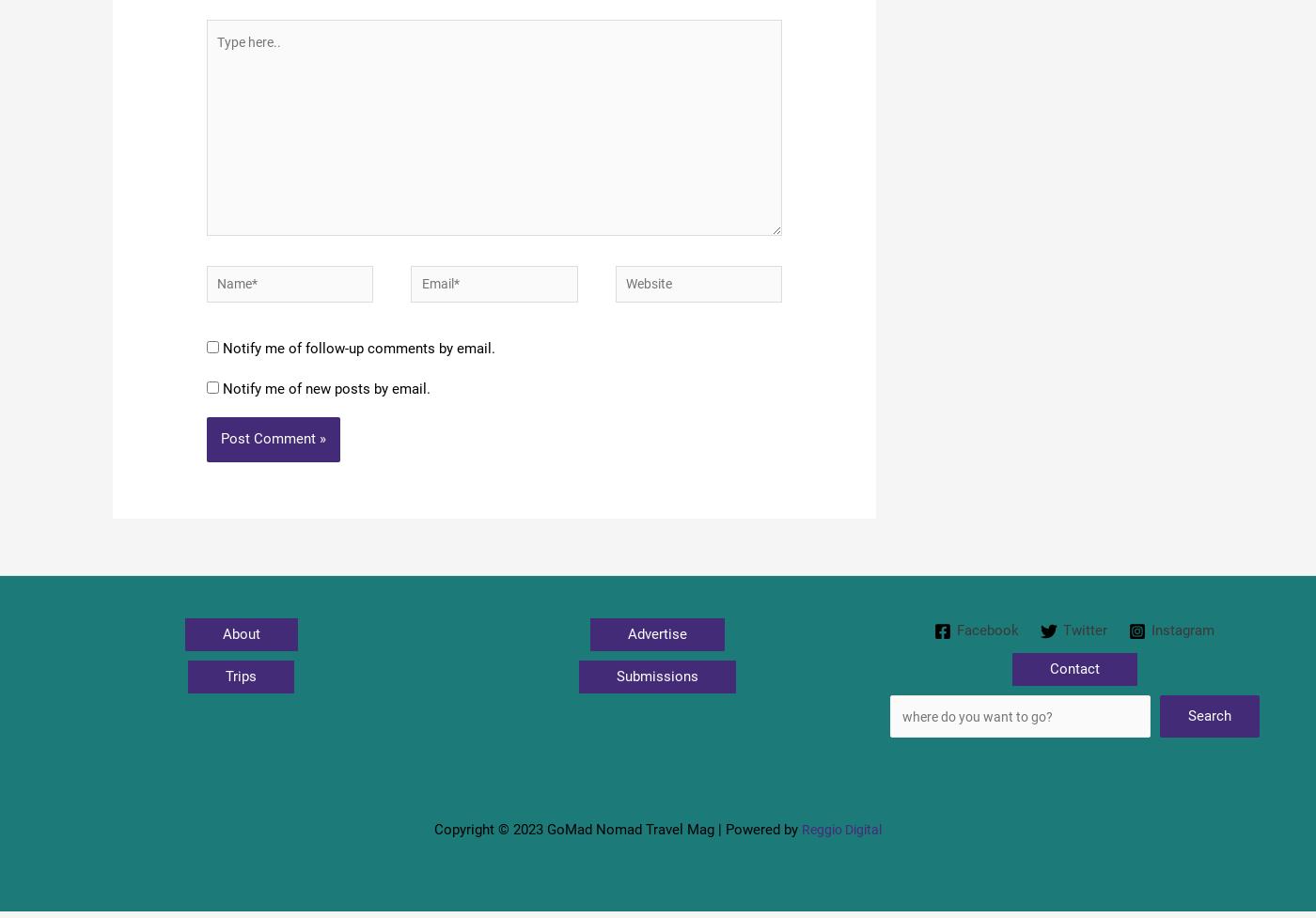 Image resolution: width=1316 pixels, height=918 pixels. Describe the element at coordinates (797, 846) in the screenshot. I see `'Reggio Digital'` at that location.